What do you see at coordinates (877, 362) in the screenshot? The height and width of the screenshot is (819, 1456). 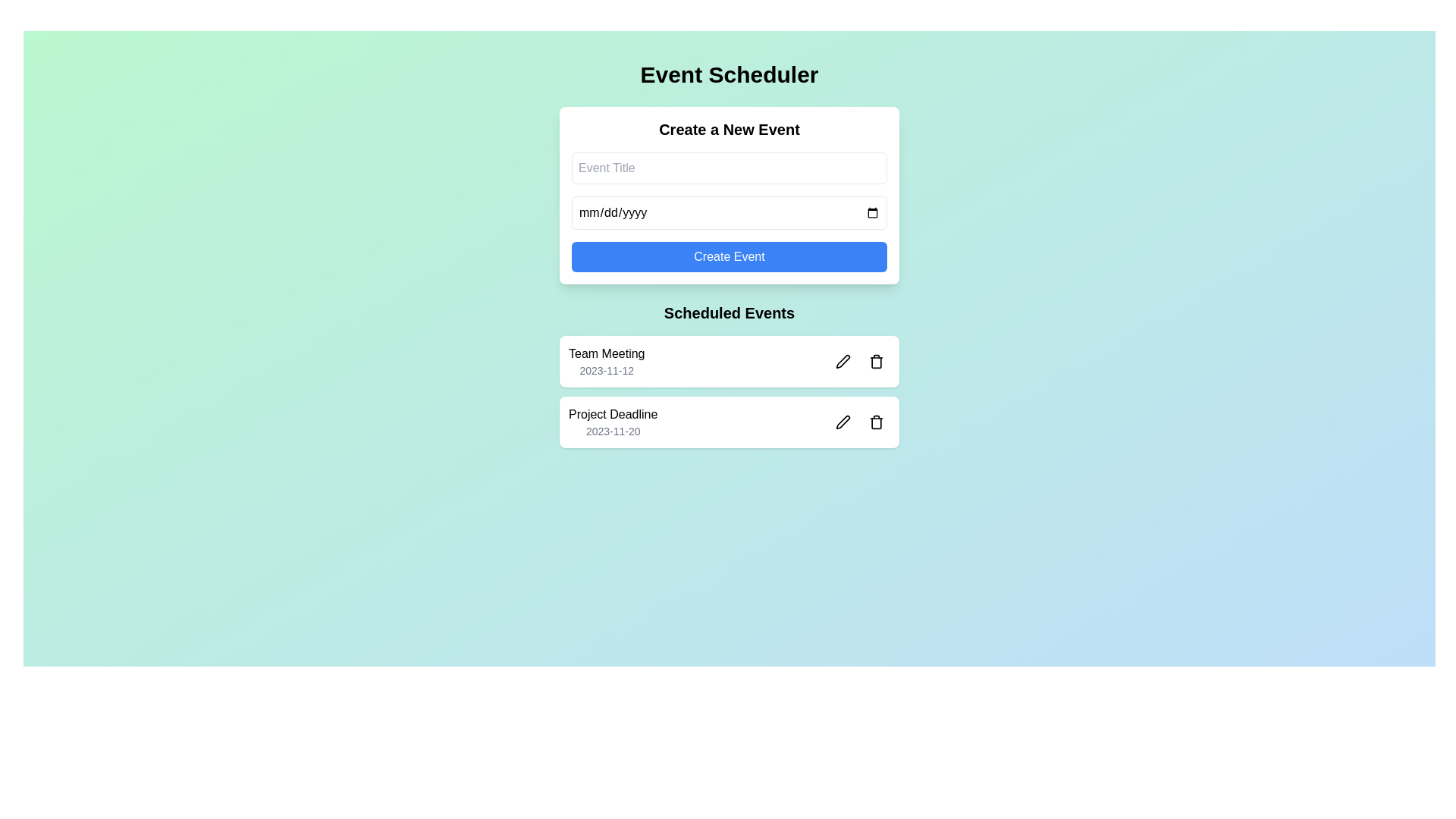 I see `the trash can icon button located to the right of the 'Team Meeting' text in the 'Scheduled Events' section` at bounding box center [877, 362].